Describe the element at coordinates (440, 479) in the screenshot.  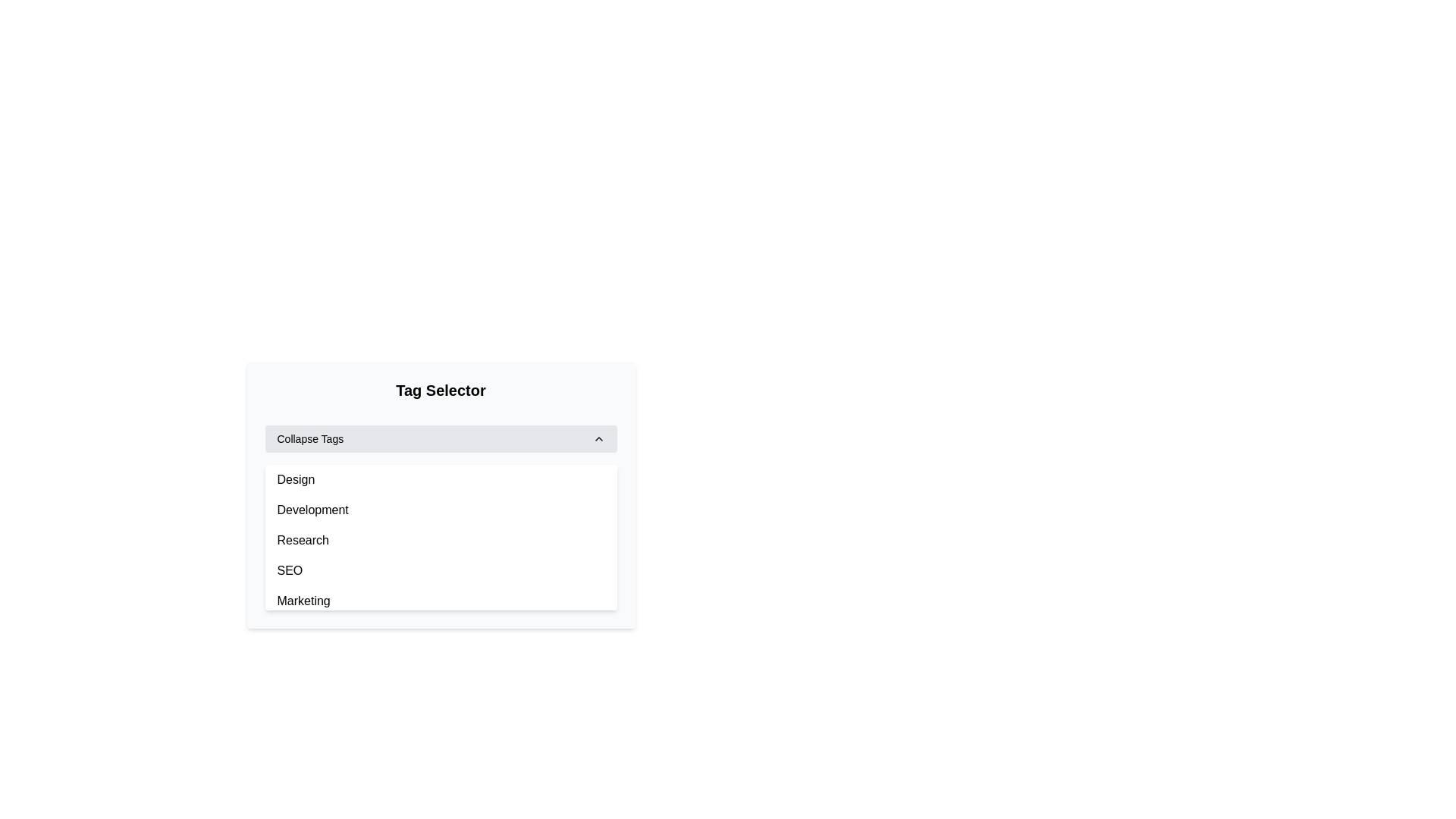
I see `the first list item labeled 'Design' within the 'Tag Selector' dropdown menu under 'Collapse Tags'` at that location.